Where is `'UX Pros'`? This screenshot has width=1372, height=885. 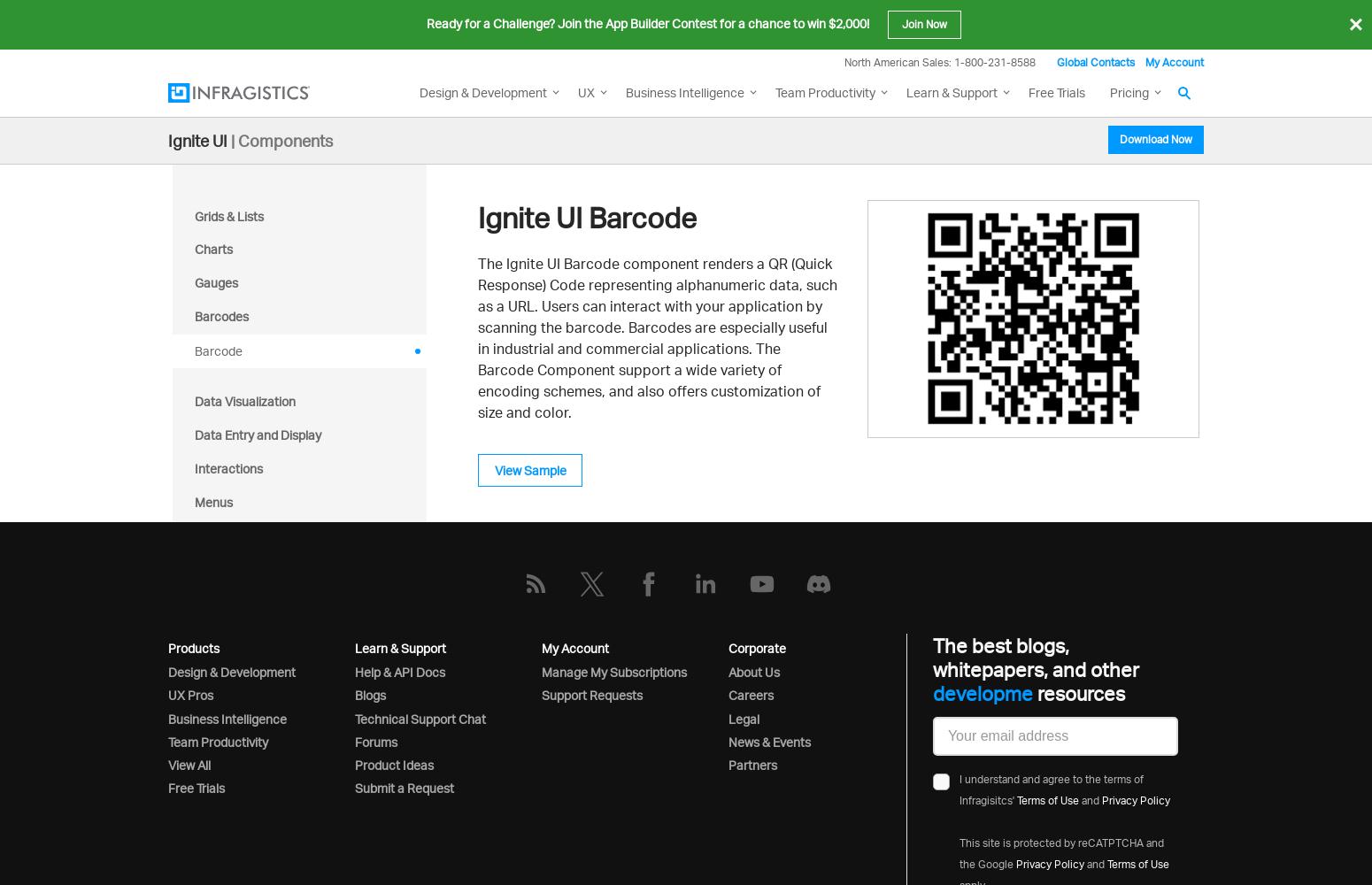
'UX Pros' is located at coordinates (189, 695).